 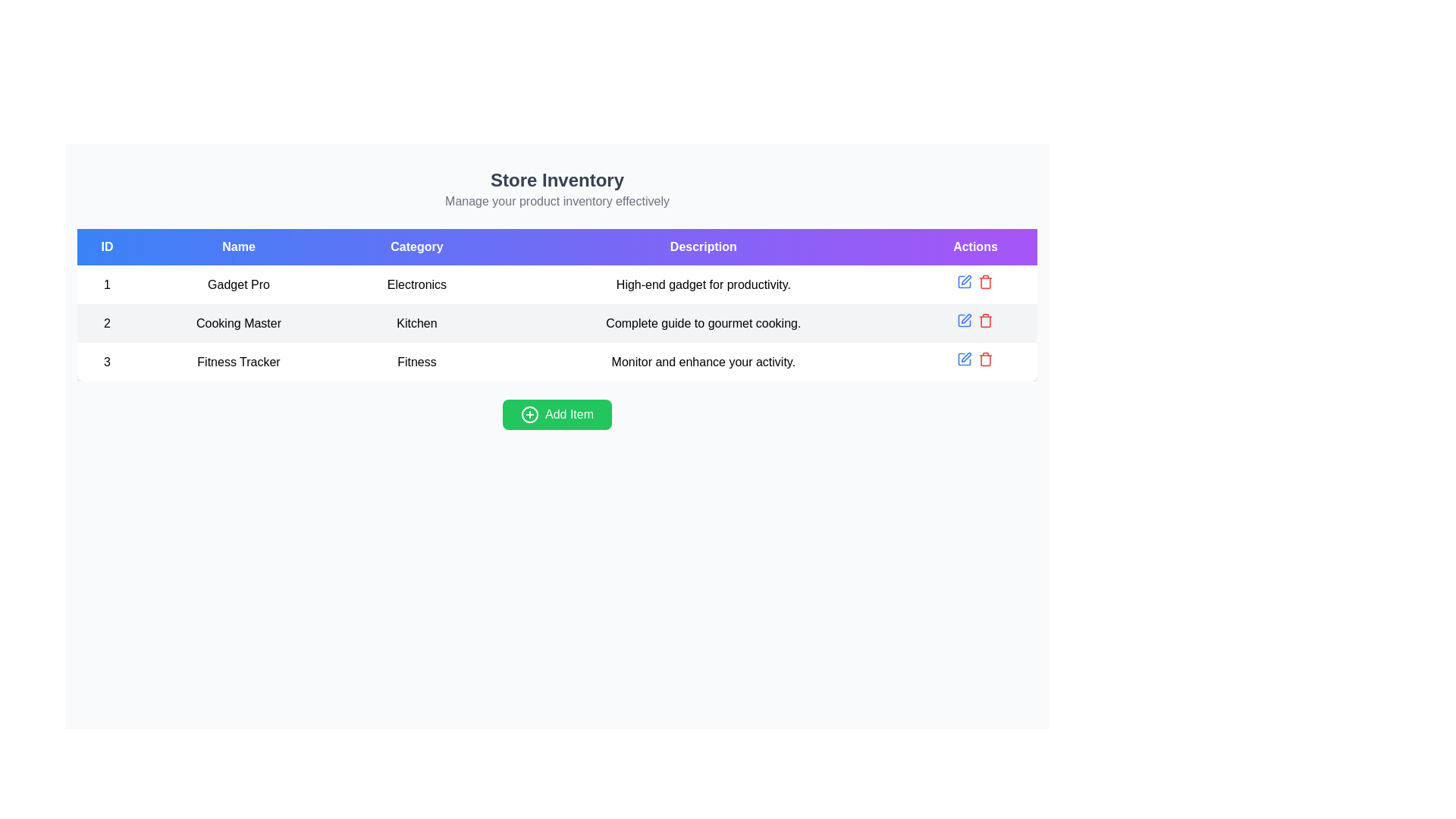 I want to click on the blue pen icon in the 'Actions' column for the 'Fitness Tracker' row, so click(x=964, y=359).